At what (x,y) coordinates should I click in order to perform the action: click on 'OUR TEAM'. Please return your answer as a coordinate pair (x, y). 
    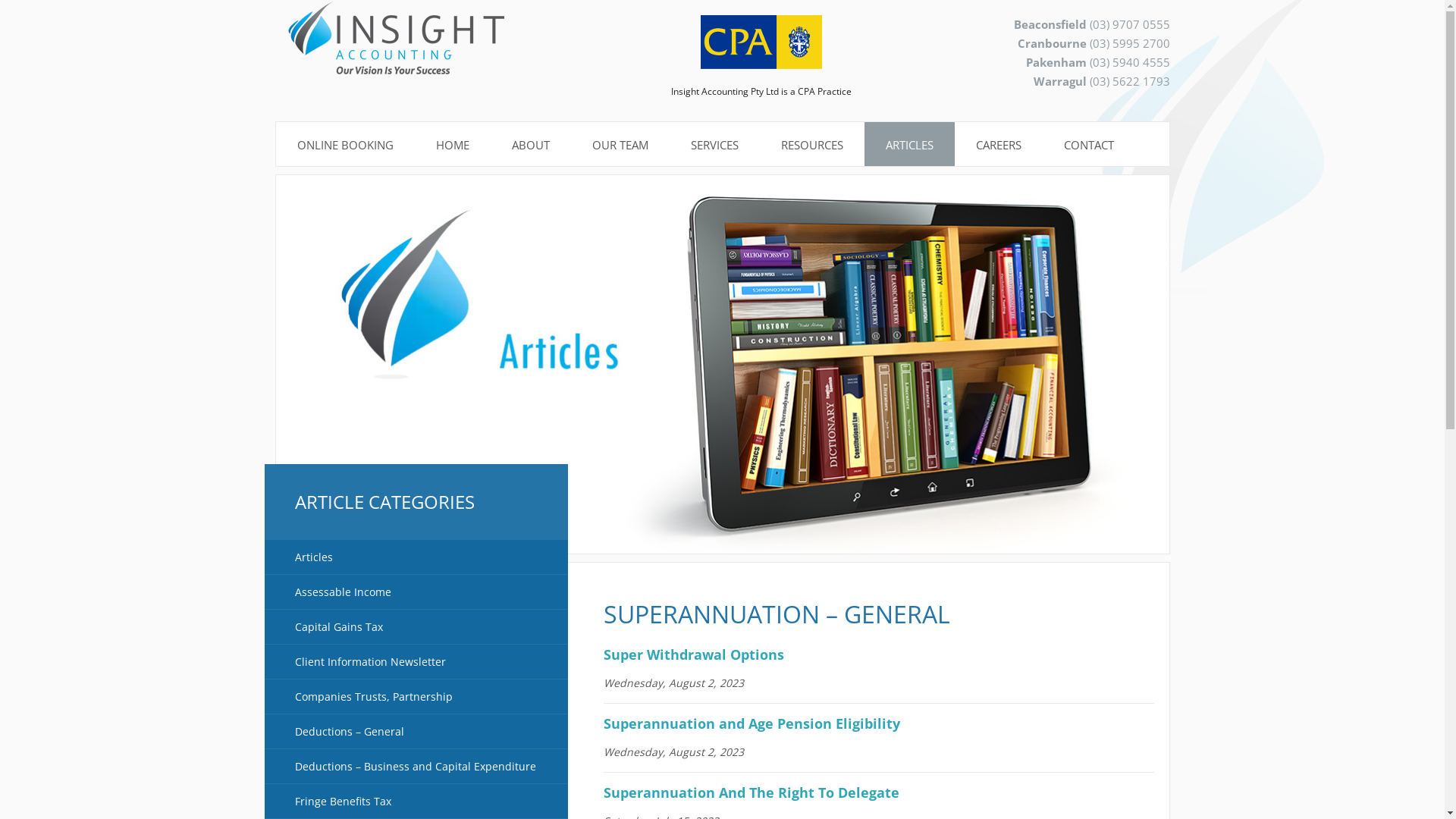
    Looking at the image, I should click on (619, 145).